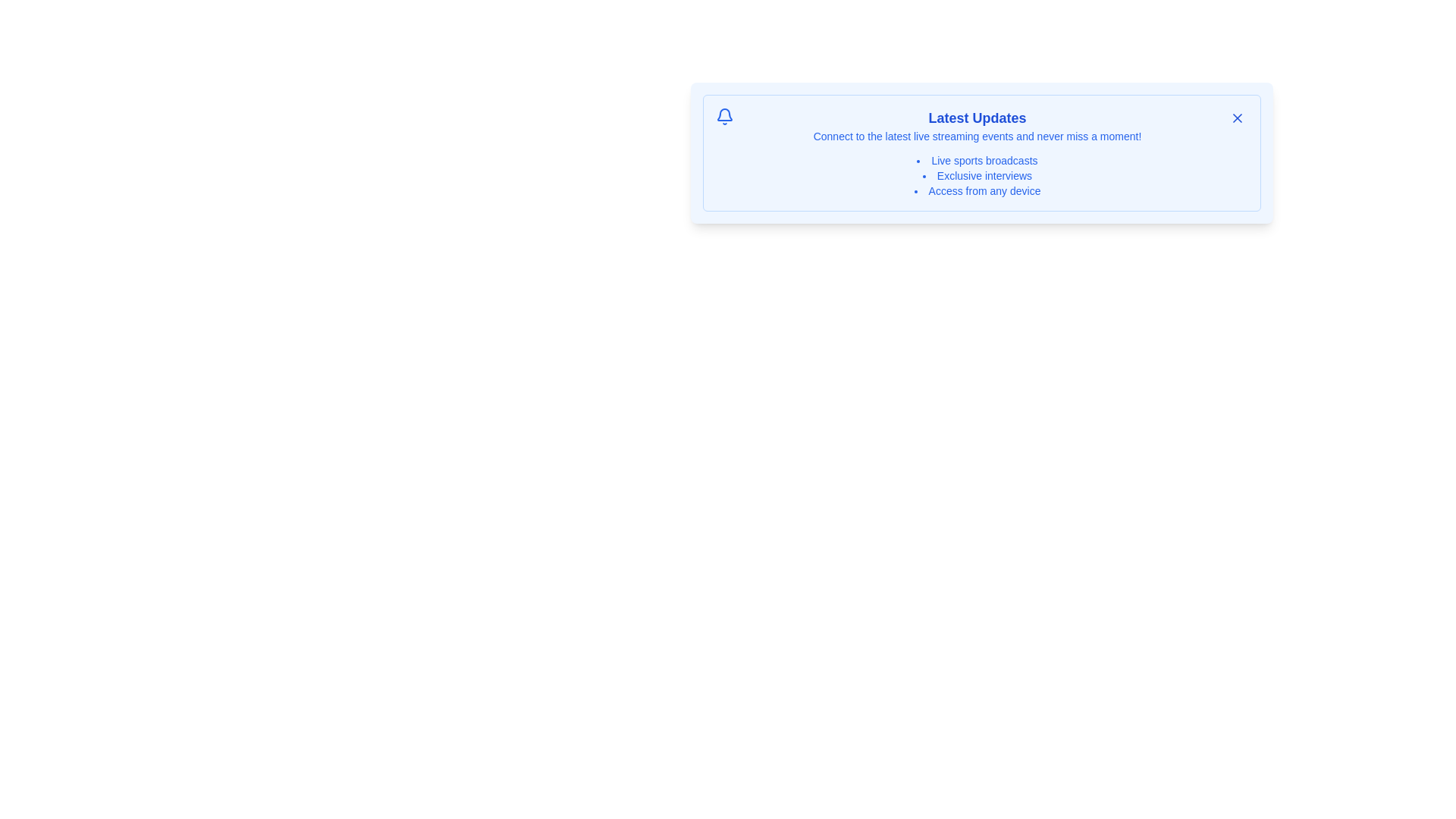 The width and height of the screenshot is (1456, 819). Describe the element at coordinates (1238, 117) in the screenshot. I see `the close button to hide the notification` at that location.